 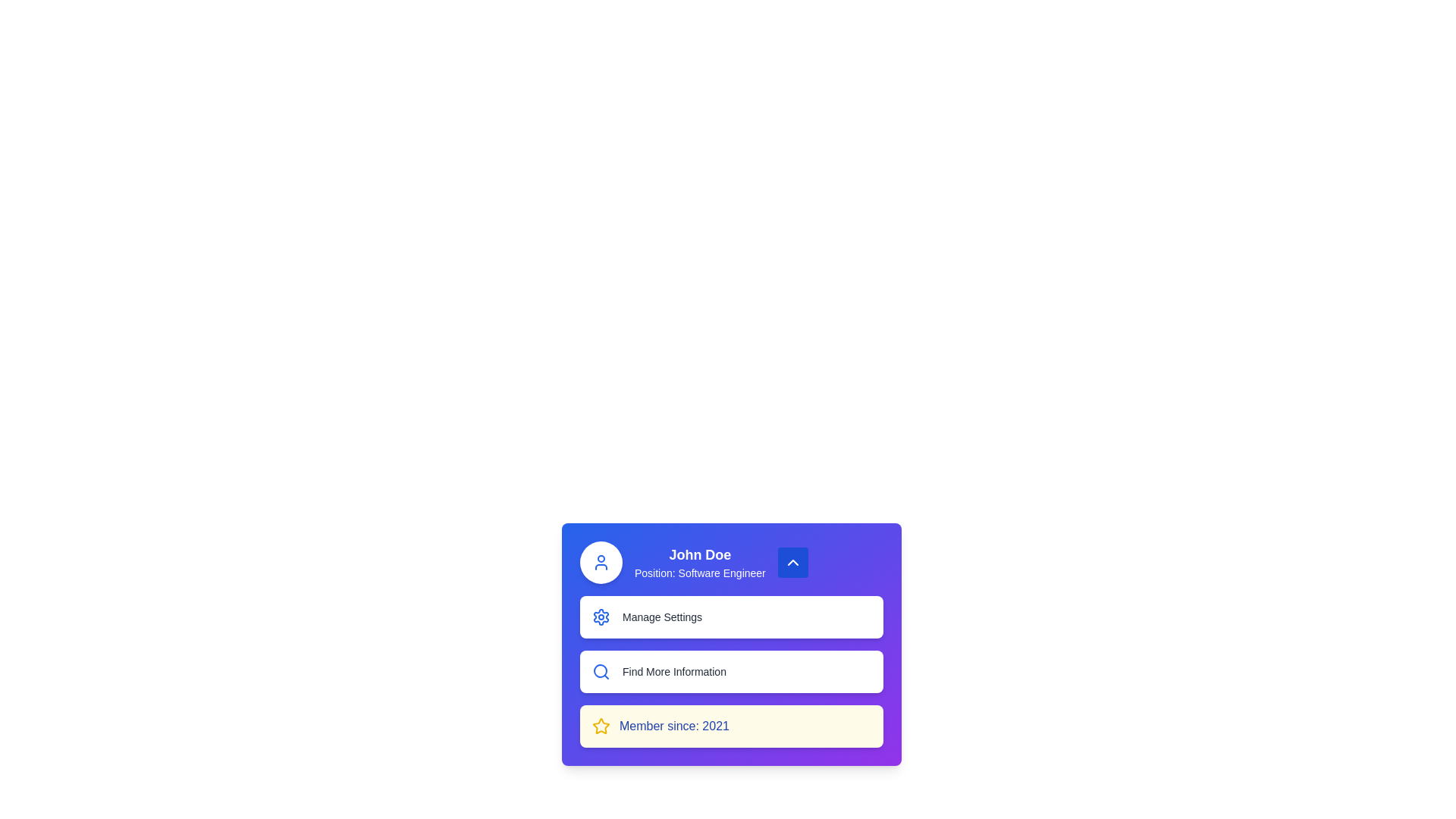 What do you see at coordinates (600, 725) in the screenshot?
I see `the star icon that indicates user status, which is located to the left of the 'Member since: 2021' text` at bounding box center [600, 725].